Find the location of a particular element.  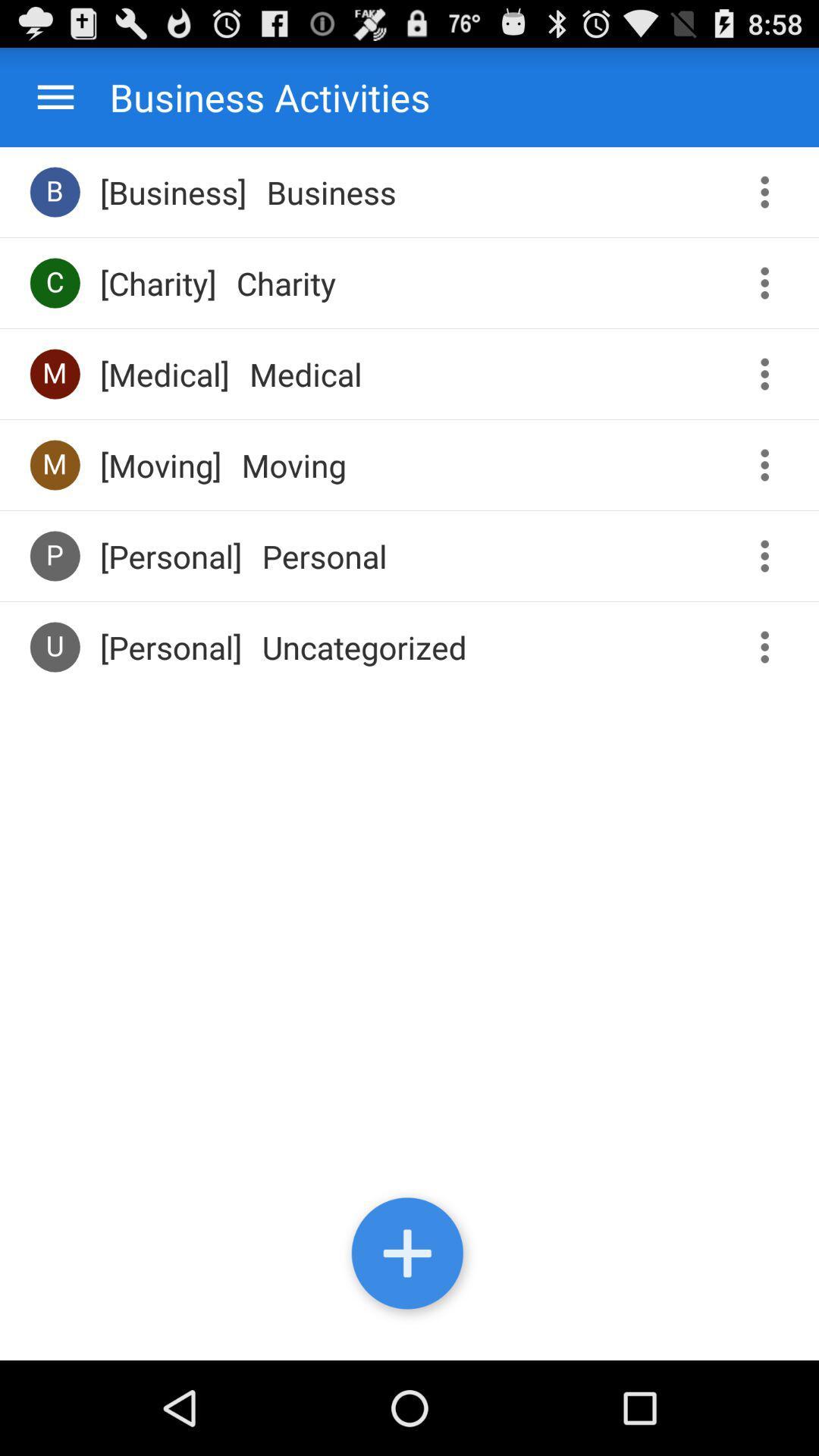

uncategorized icon is located at coordinates (364, 647).